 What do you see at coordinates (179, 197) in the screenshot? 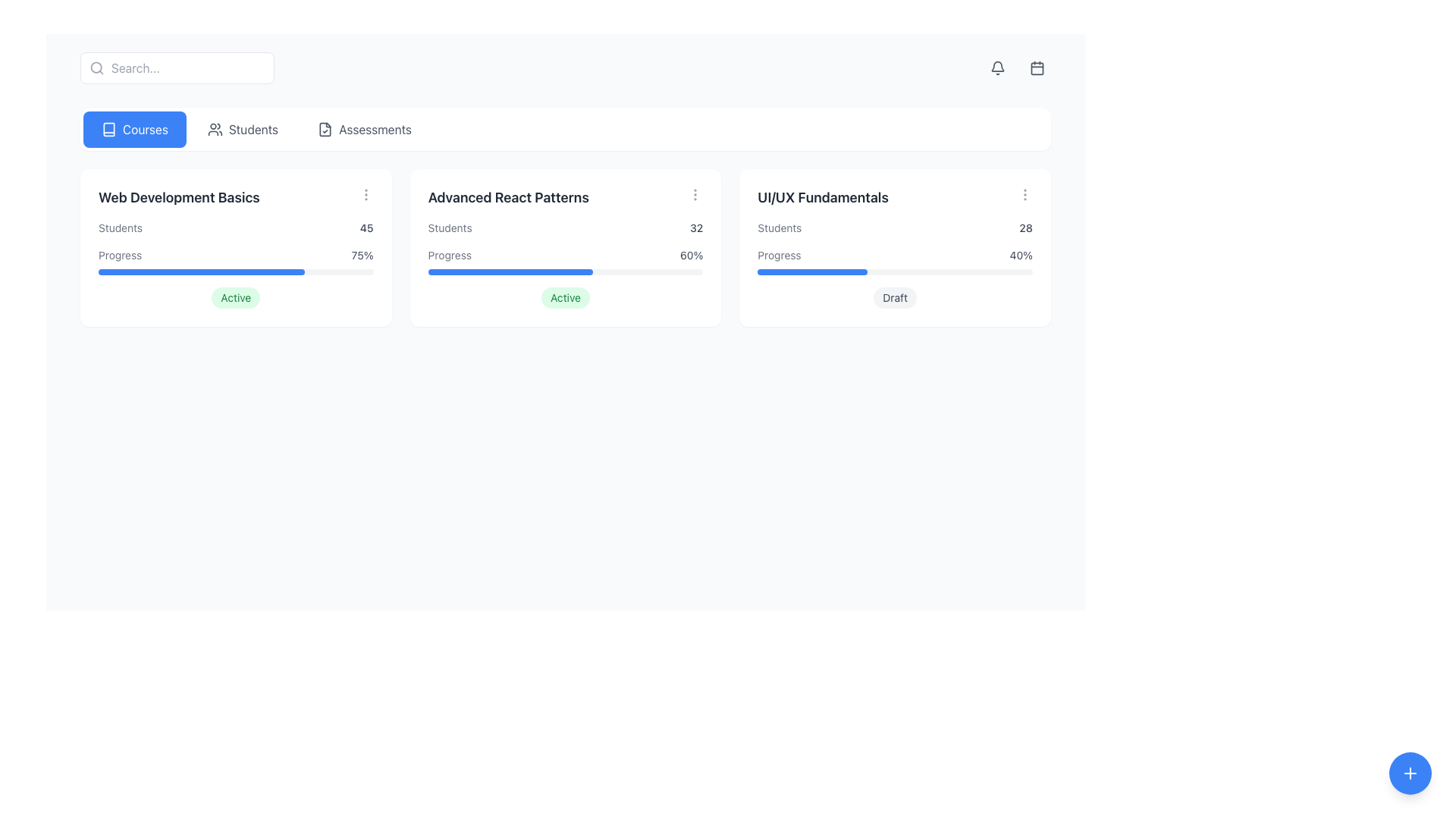
I see `the text label displaying 'Web Development Basics' in bold, large dark gray font, located at the top of the first card in the main content area` at bounding box center [179, 197].